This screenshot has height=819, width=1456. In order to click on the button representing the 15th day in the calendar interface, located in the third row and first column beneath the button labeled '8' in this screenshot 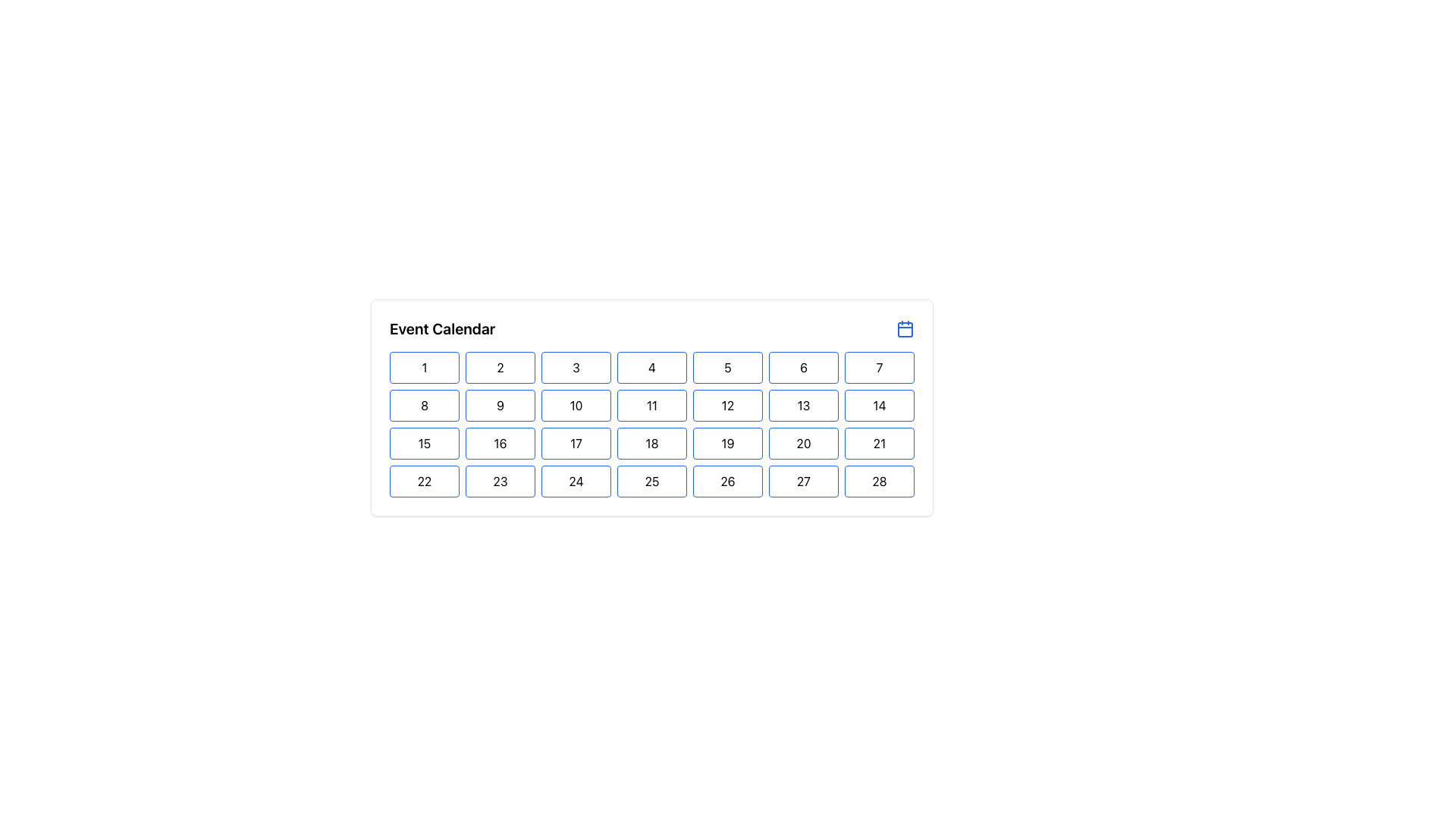, I will do `click(425, 444)`.